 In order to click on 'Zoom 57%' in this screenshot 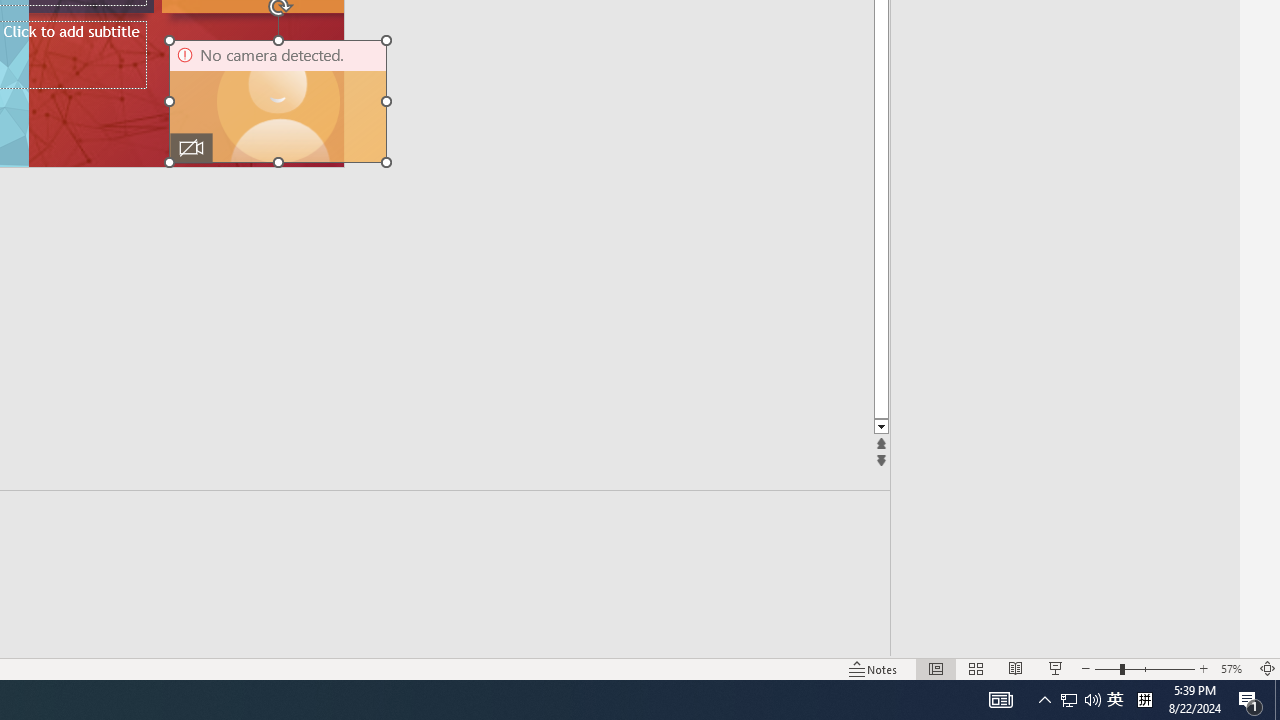, I will do `click(1233, 669)`.